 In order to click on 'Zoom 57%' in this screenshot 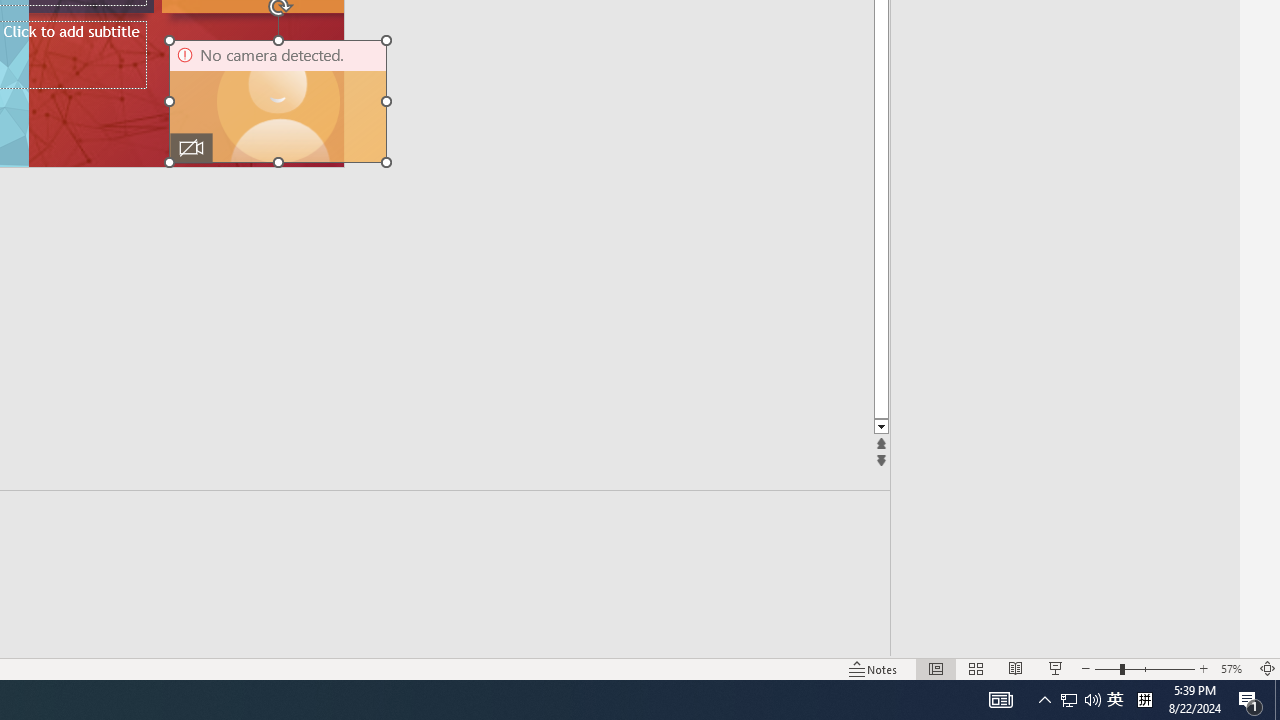, I will do `click(1233, 669)`.